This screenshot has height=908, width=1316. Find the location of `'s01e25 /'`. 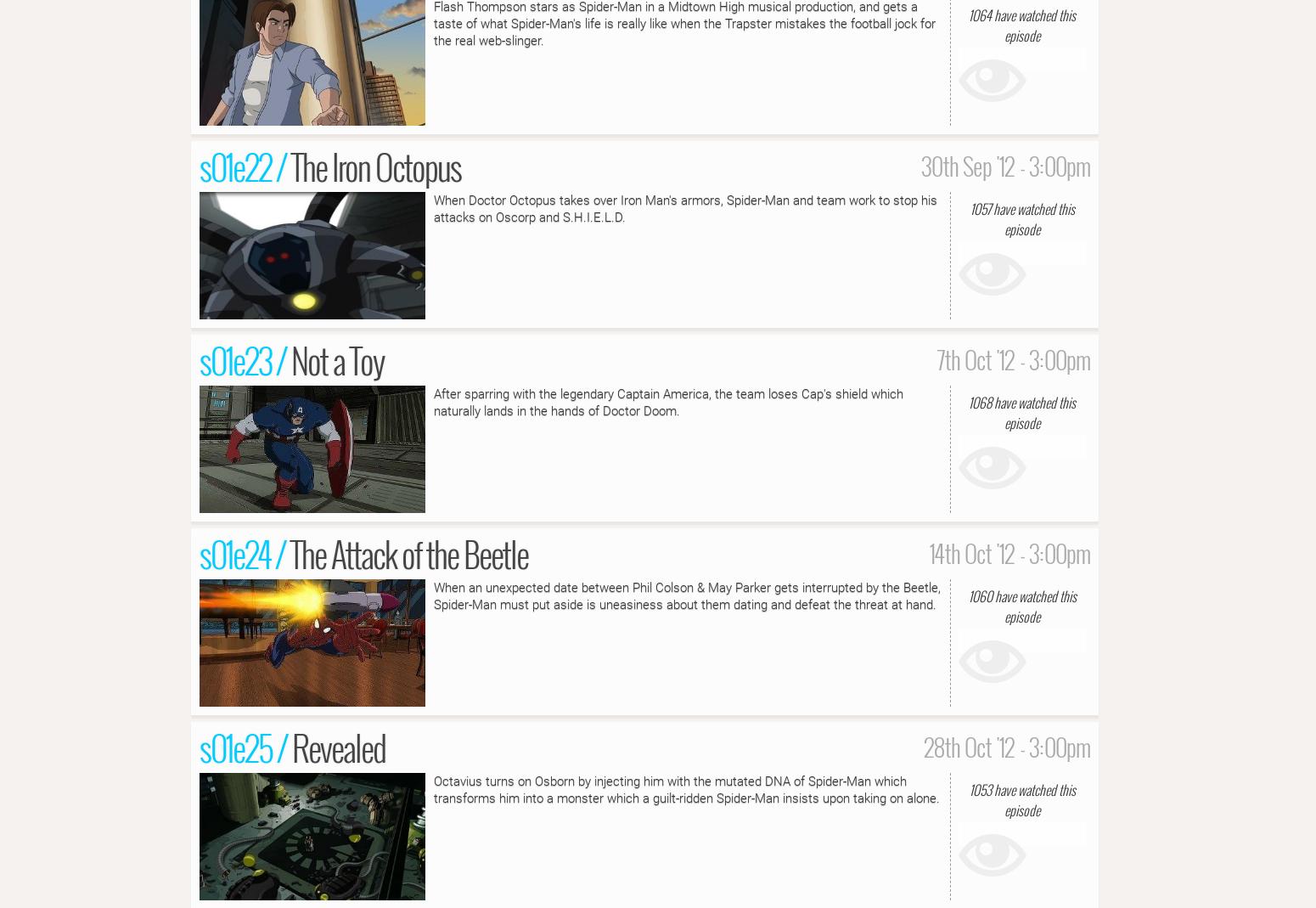

's01e25 /' is located at coordinates (245, 746).